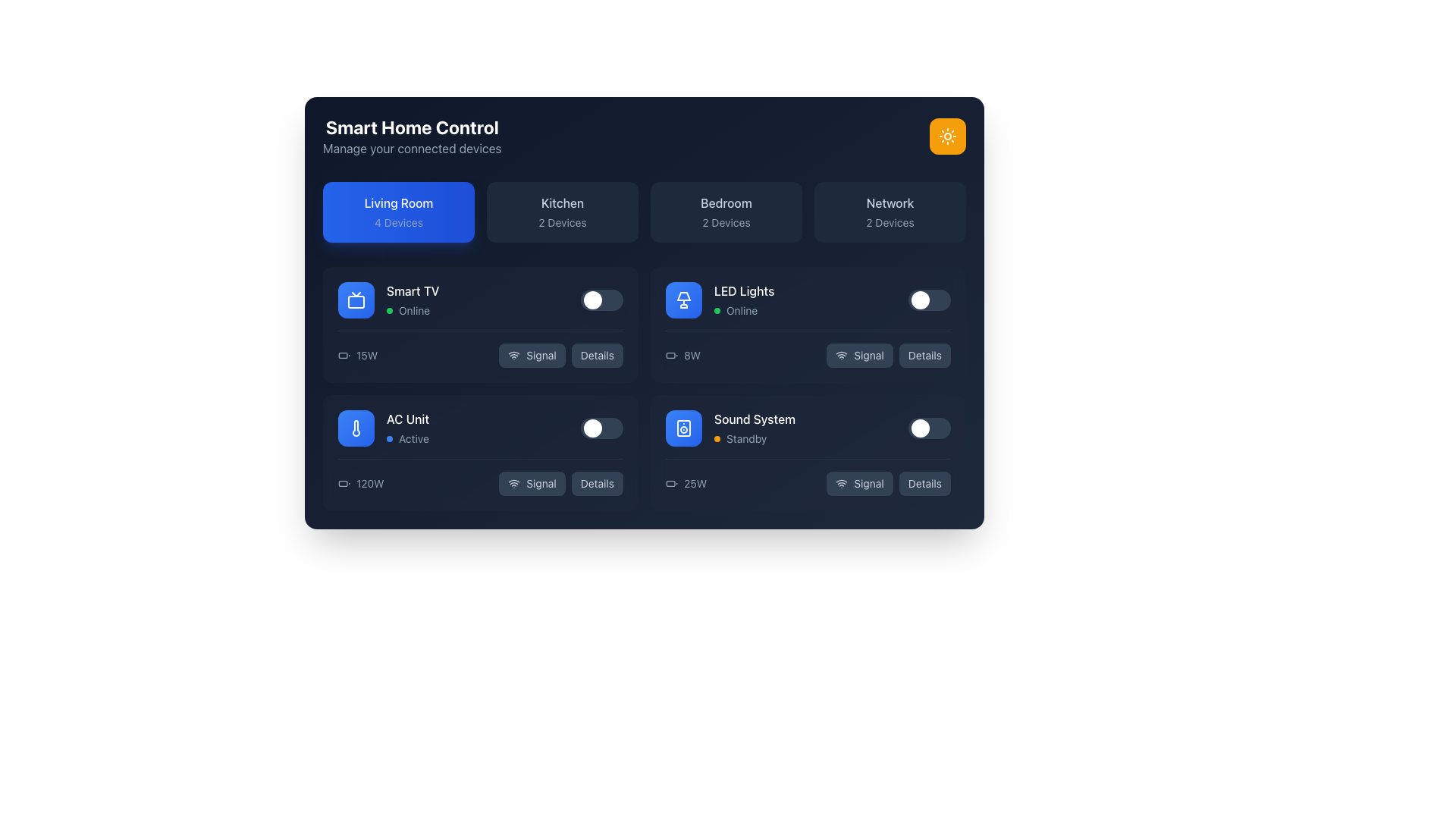  What do you see at coordinates (413, 309) in the screenshot?
I see `the Status indicator showing 'Online' next to a green dot within the 'Smart TV' card` at bounding box center [413, 309].